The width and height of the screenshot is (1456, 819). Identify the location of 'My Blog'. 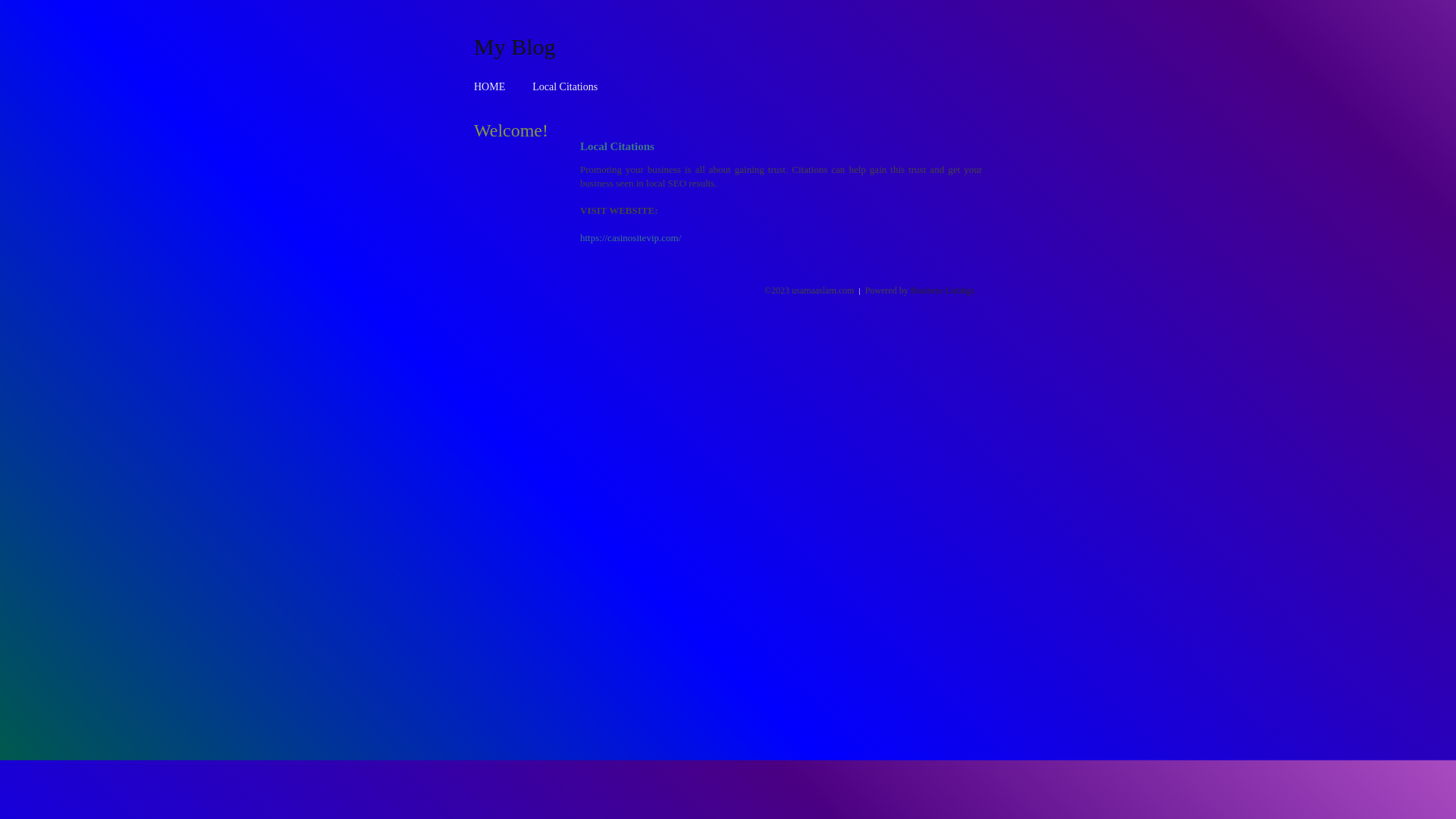
(514, 45).